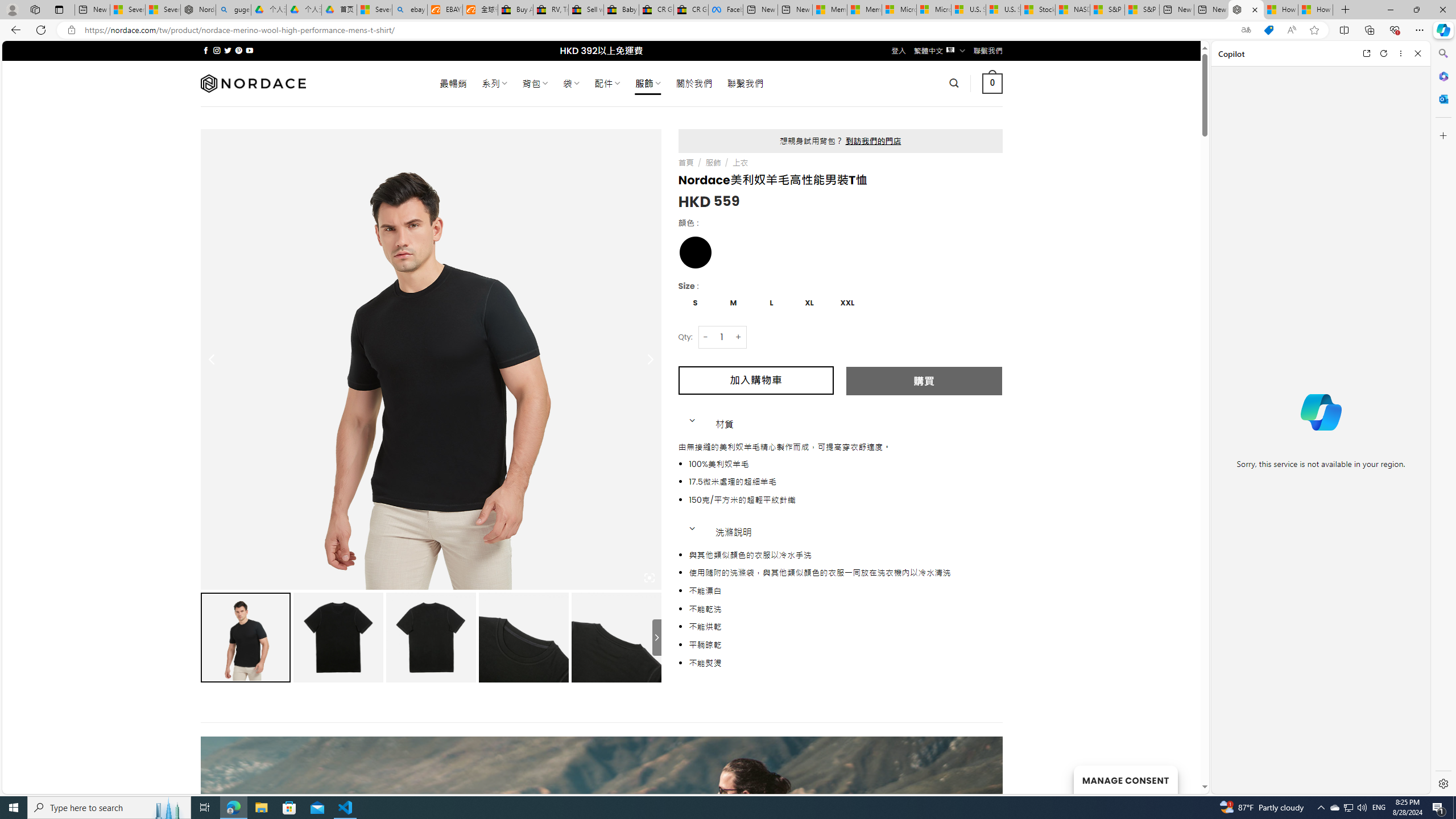 The height and width of the screenshot is (819, 1456). What do you see at coordinates (1291, 30) in the screenshot?
I see `'Read aloud this page (Ctrl+Shift+U)'` at bounding box center [1291, 30].